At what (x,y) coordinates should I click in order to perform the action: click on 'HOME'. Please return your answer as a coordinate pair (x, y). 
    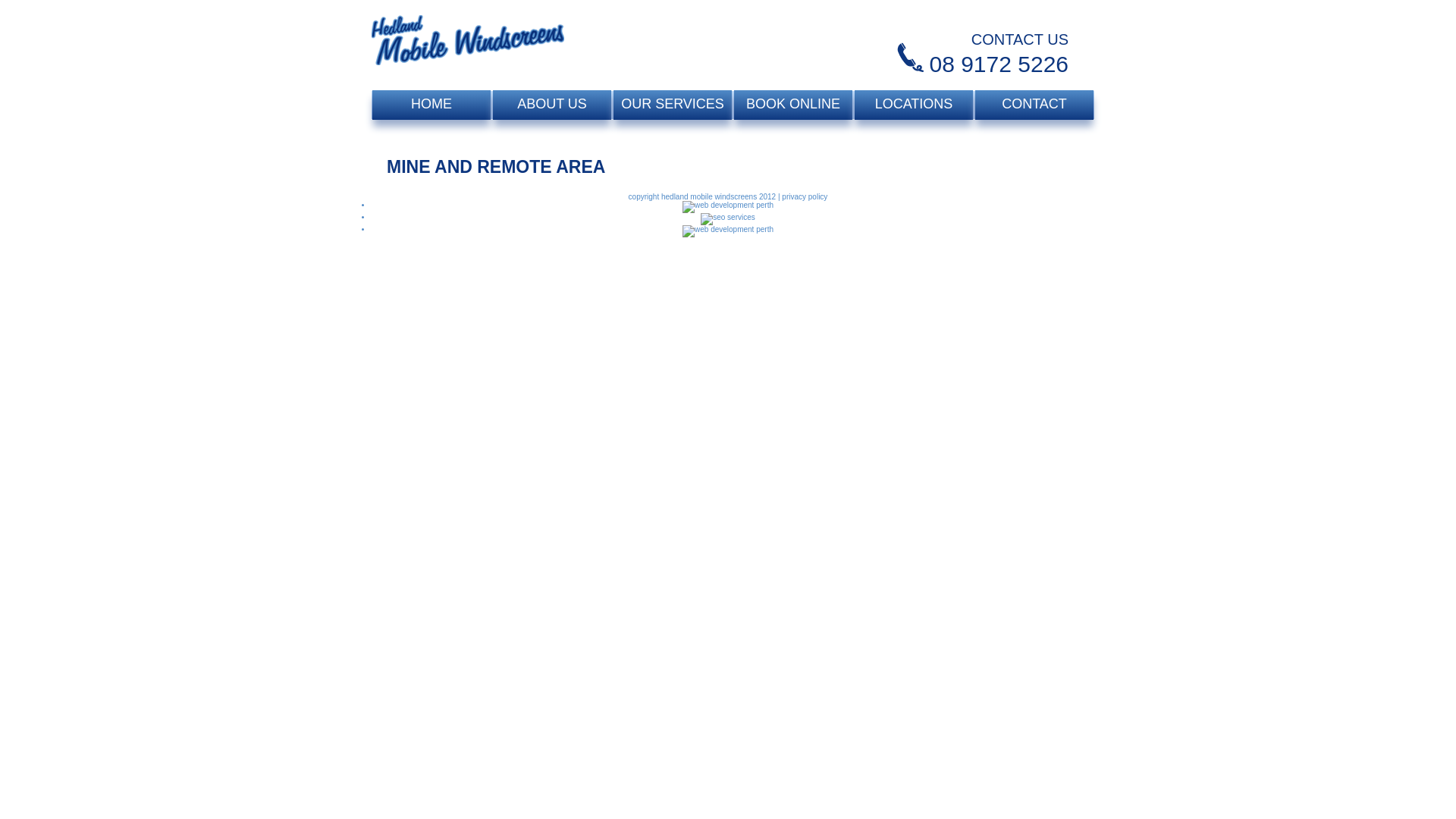
    Looking at the image, I should click on (431, 104).